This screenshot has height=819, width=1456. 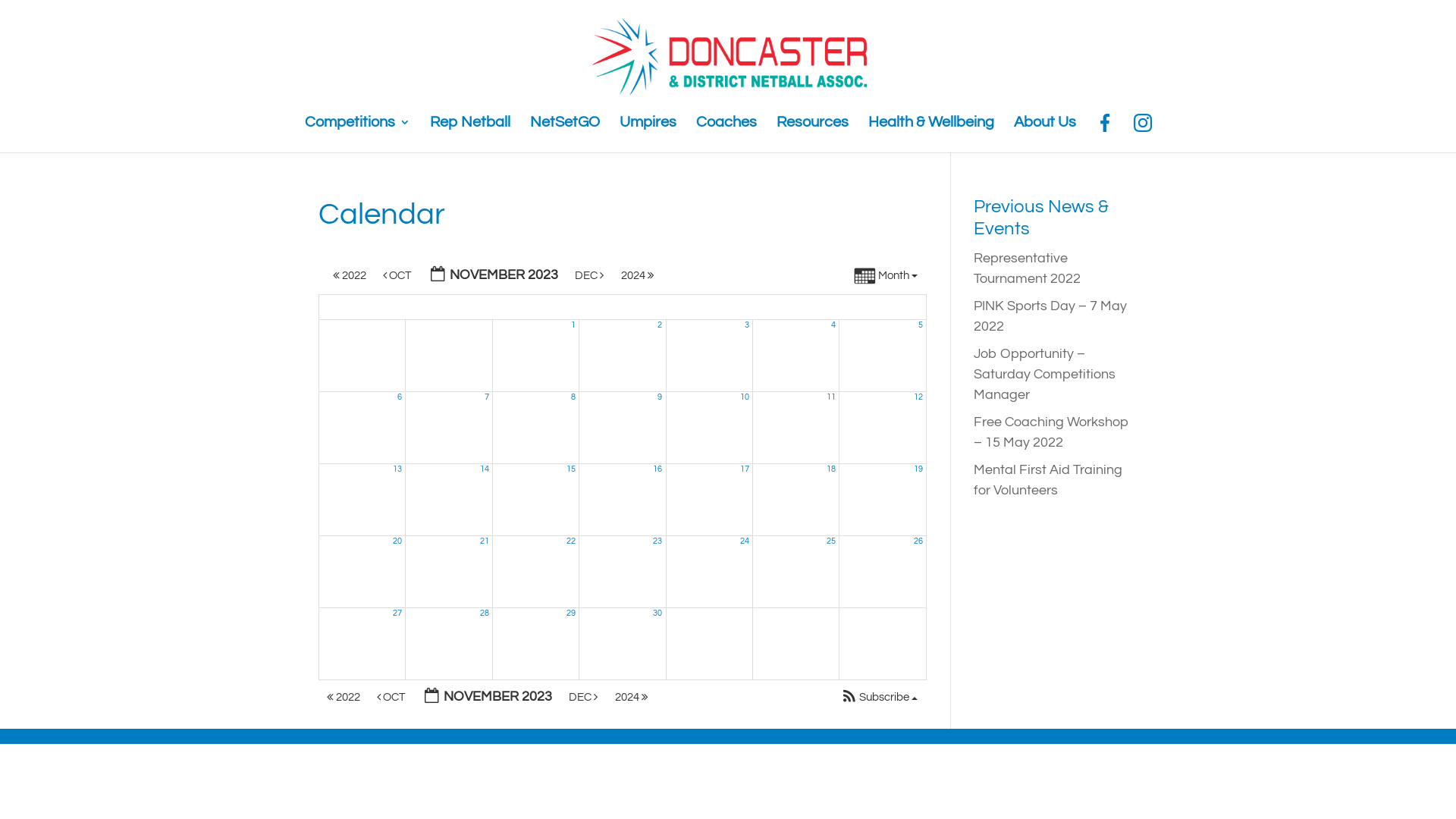 I want to click on 'DEC', so click(x=588, y=276).